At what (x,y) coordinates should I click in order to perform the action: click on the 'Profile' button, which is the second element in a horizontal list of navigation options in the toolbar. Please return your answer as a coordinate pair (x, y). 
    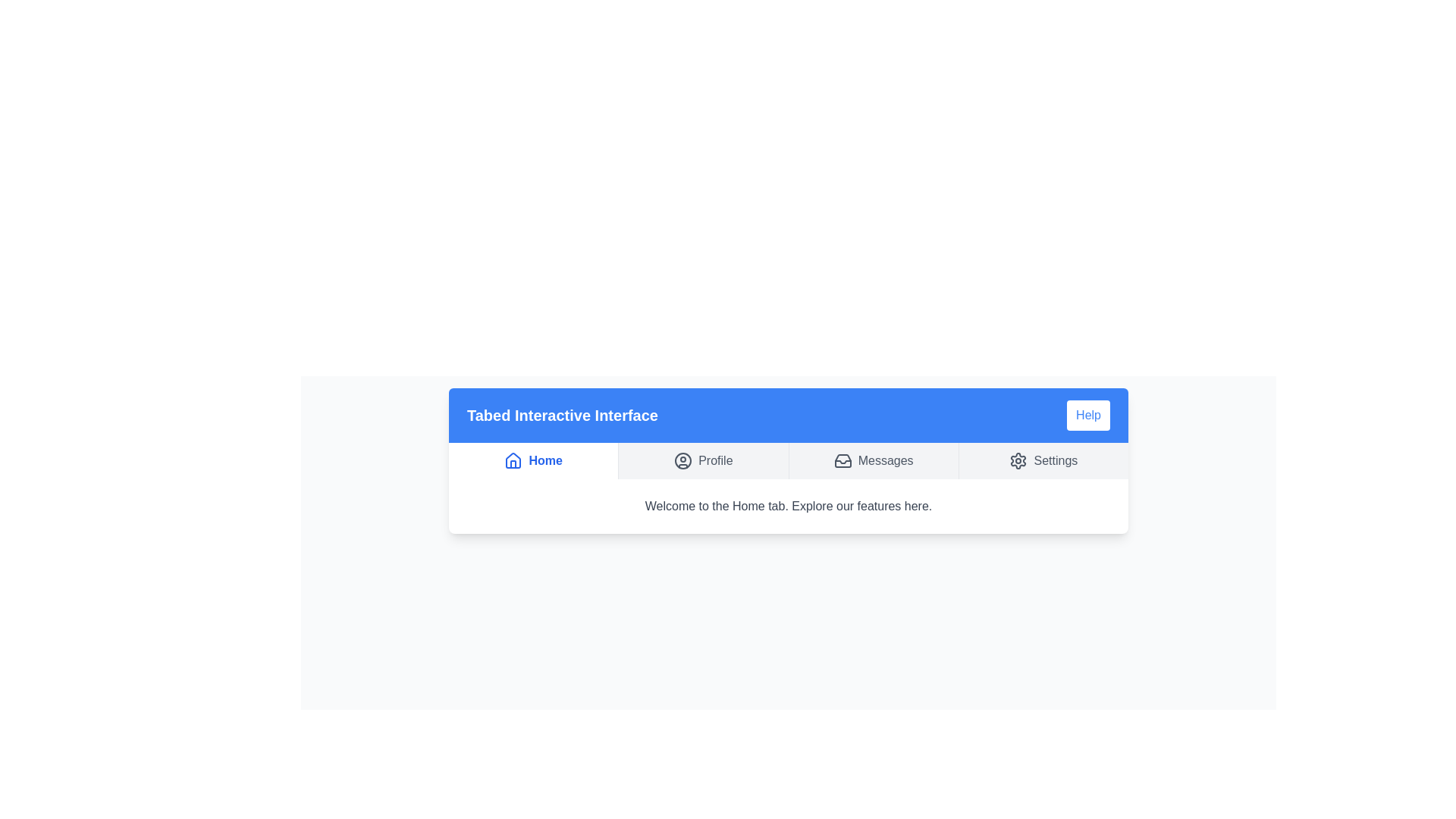
    Looking at the image, I should click on (702, 460).